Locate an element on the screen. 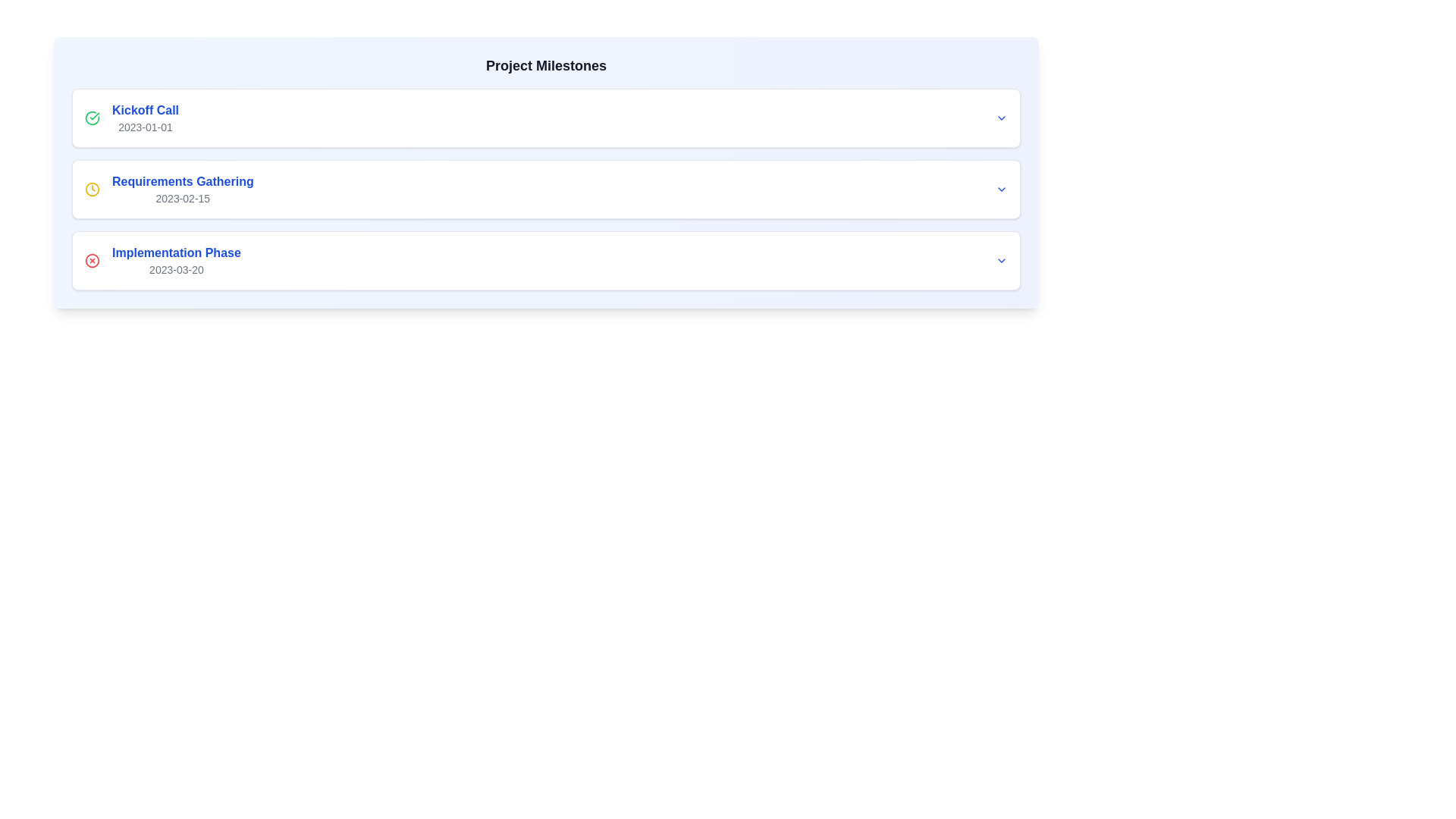 This screenshot has height=819, width=1456. the time-related indicator icon located to the left of the 'Requirements Gathering' text is located at coordinates (91, 189).